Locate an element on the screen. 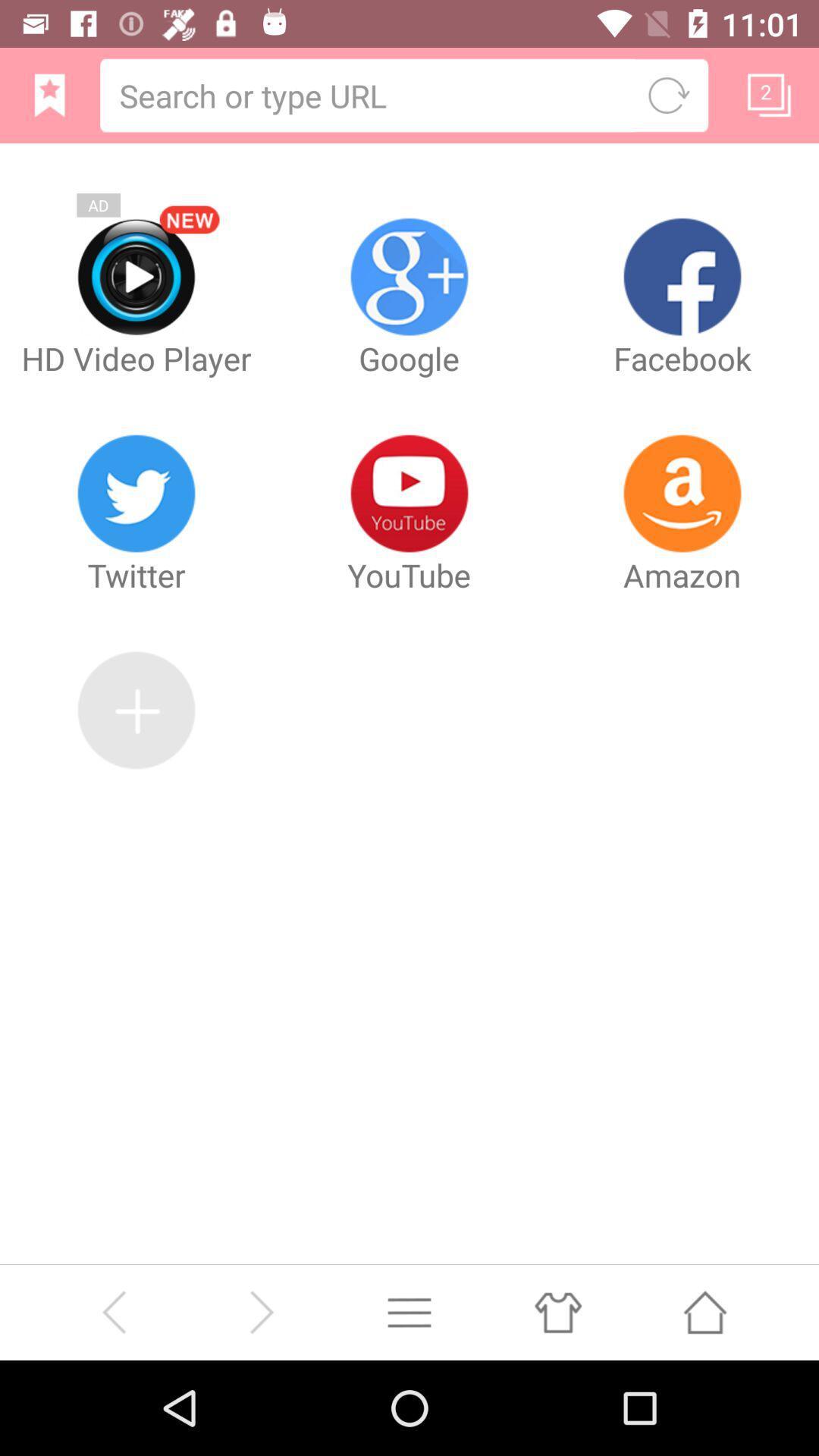  open tab display is located at coordinates (769, 94).